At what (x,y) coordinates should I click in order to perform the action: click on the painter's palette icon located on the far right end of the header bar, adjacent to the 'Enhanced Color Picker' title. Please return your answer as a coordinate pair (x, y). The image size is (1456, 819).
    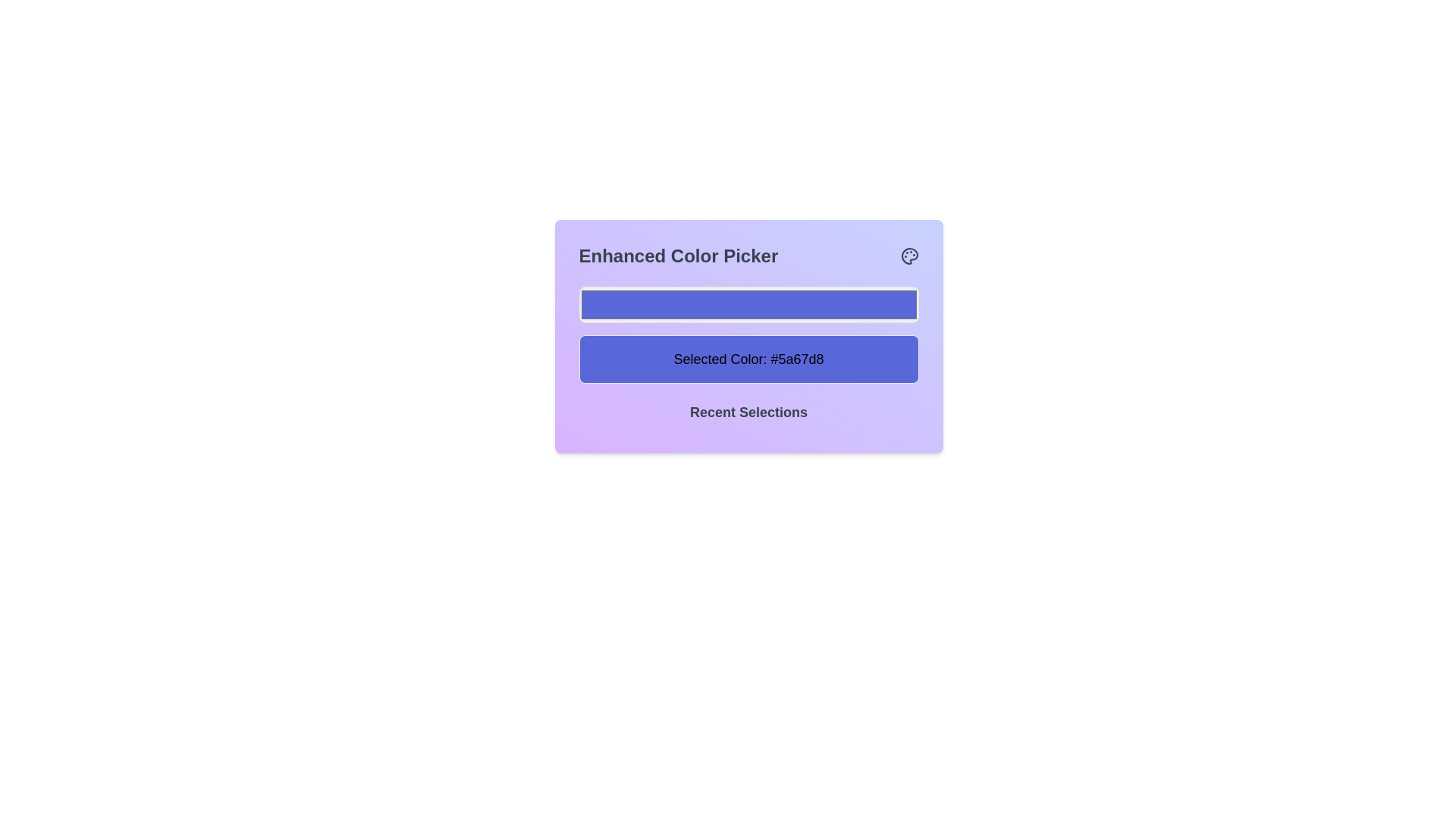
    Looking at the image, I should click on (909, 256).